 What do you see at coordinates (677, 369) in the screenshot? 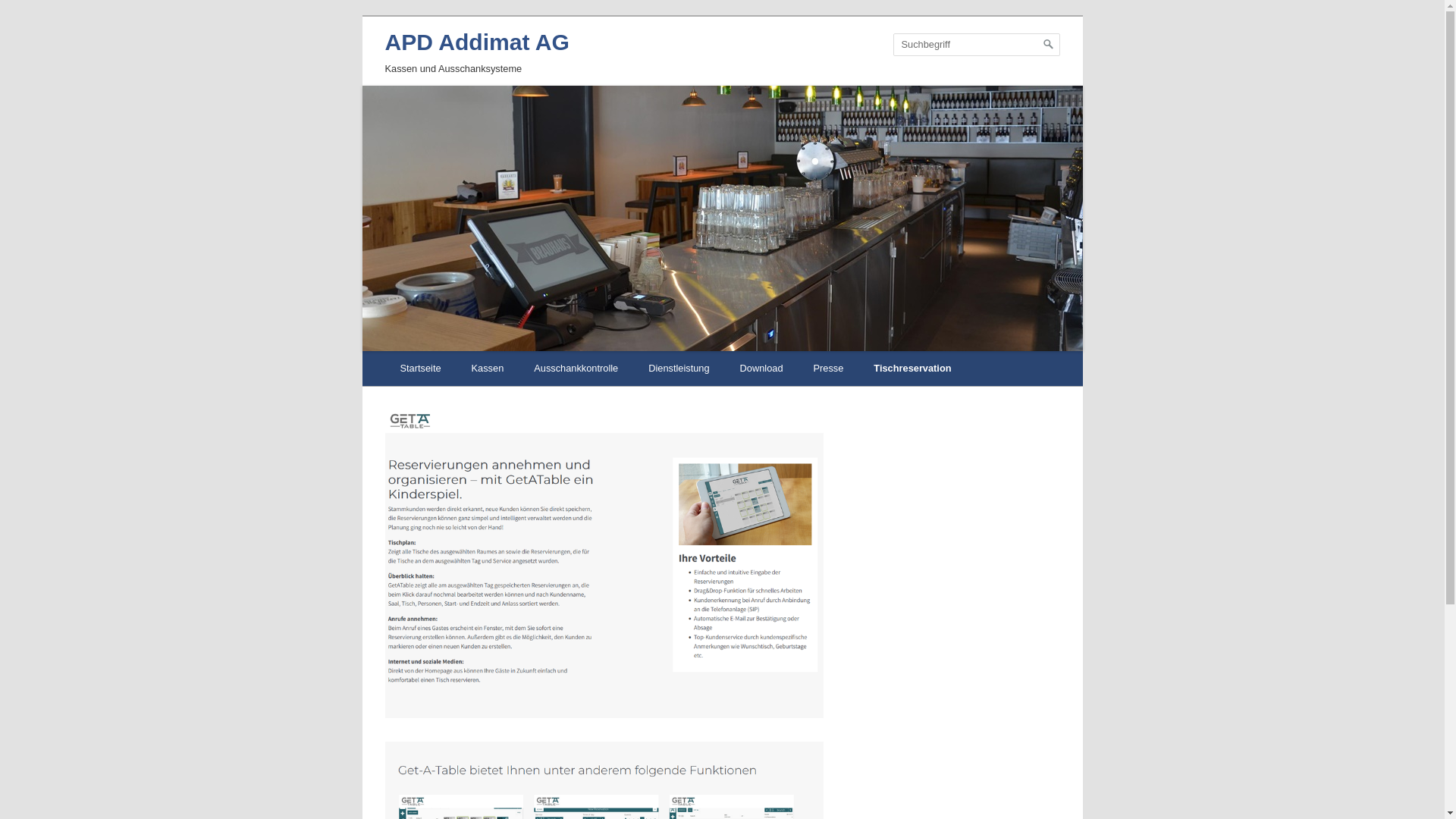
I see `'Dienstleistung'` at bounding box center [677, 369].